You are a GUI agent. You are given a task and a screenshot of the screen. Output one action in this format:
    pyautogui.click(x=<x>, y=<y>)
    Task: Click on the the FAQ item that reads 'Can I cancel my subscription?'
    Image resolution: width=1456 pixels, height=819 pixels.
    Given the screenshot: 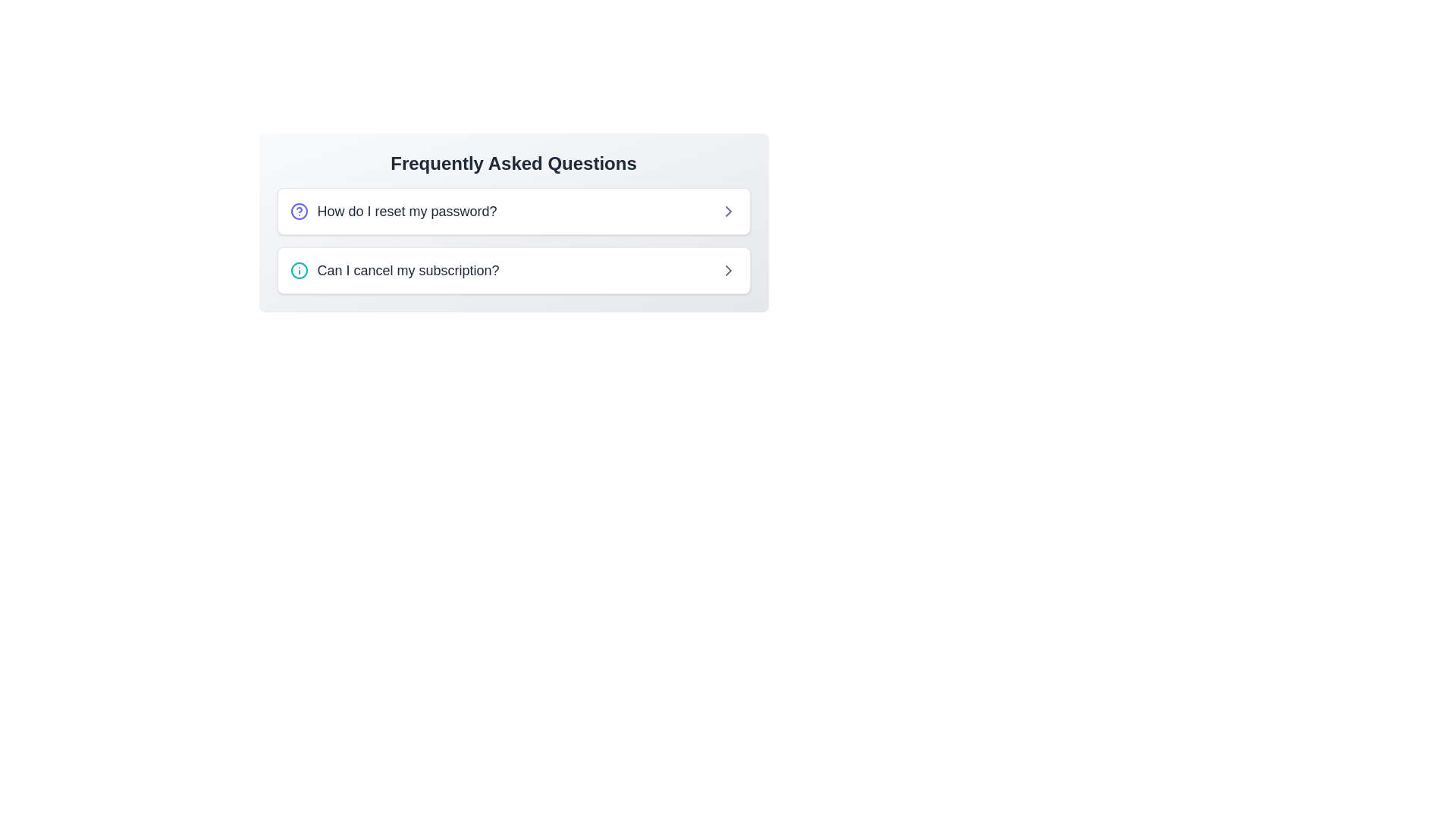 What is the action you would take?
    pyautogui.click(x=394, y=270)
    